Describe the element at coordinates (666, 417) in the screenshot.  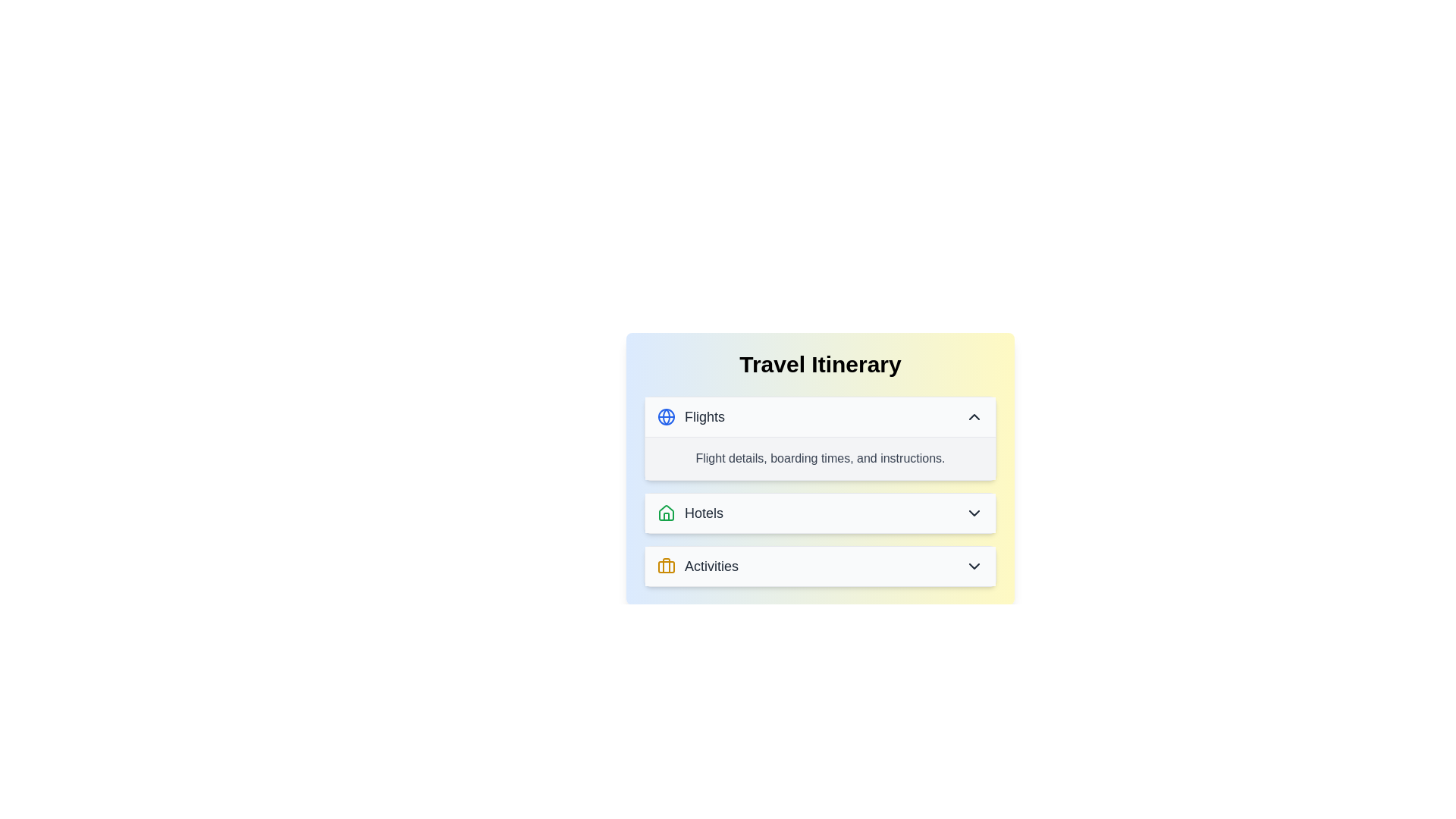
I see `the central circle of the globe icon located to the left of the 'Flights' label in the 'Travel Itinerary' section` at that location.